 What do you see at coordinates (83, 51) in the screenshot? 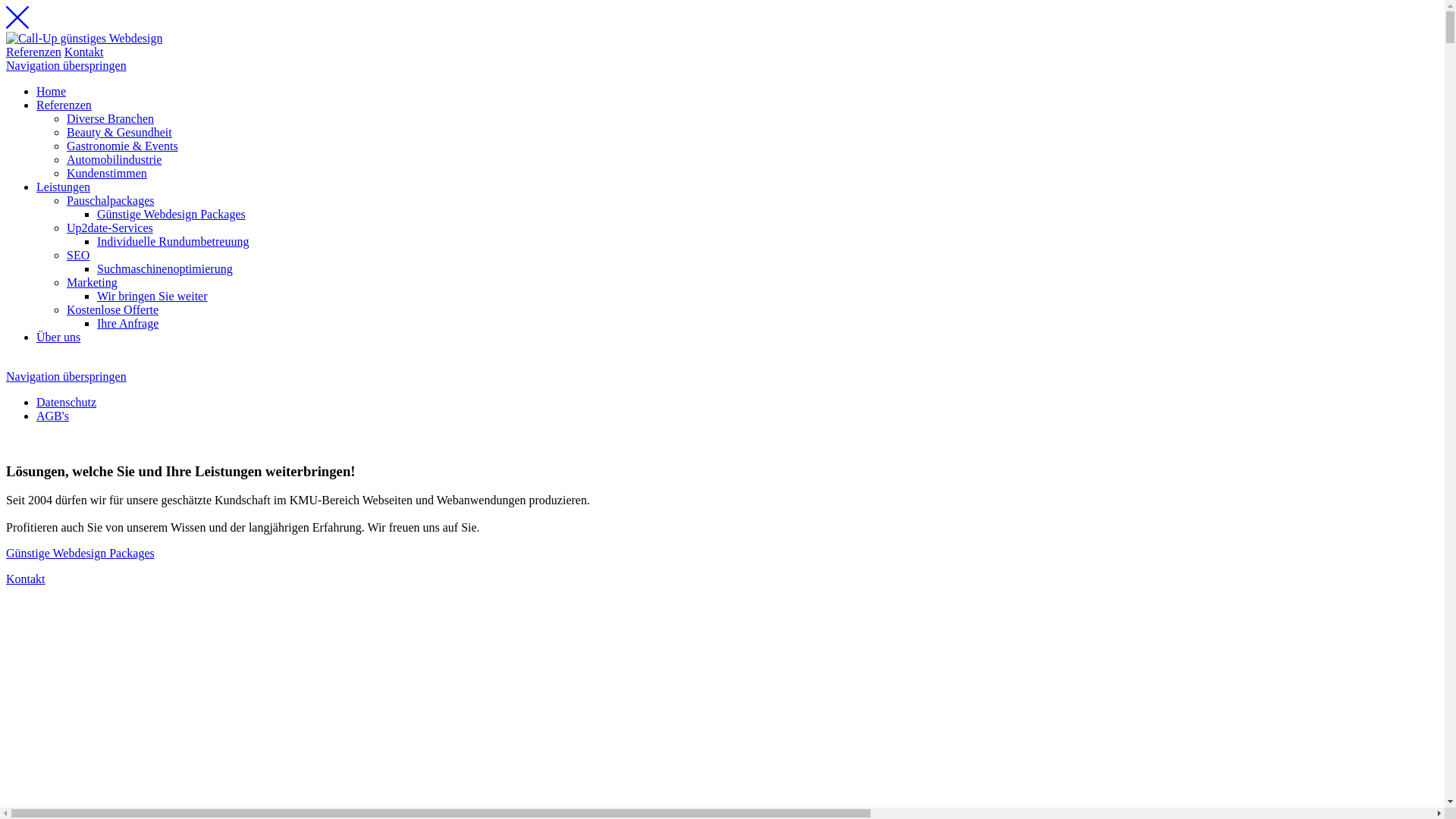
I see `'Kontakt'` at bounding box center [83, 51].